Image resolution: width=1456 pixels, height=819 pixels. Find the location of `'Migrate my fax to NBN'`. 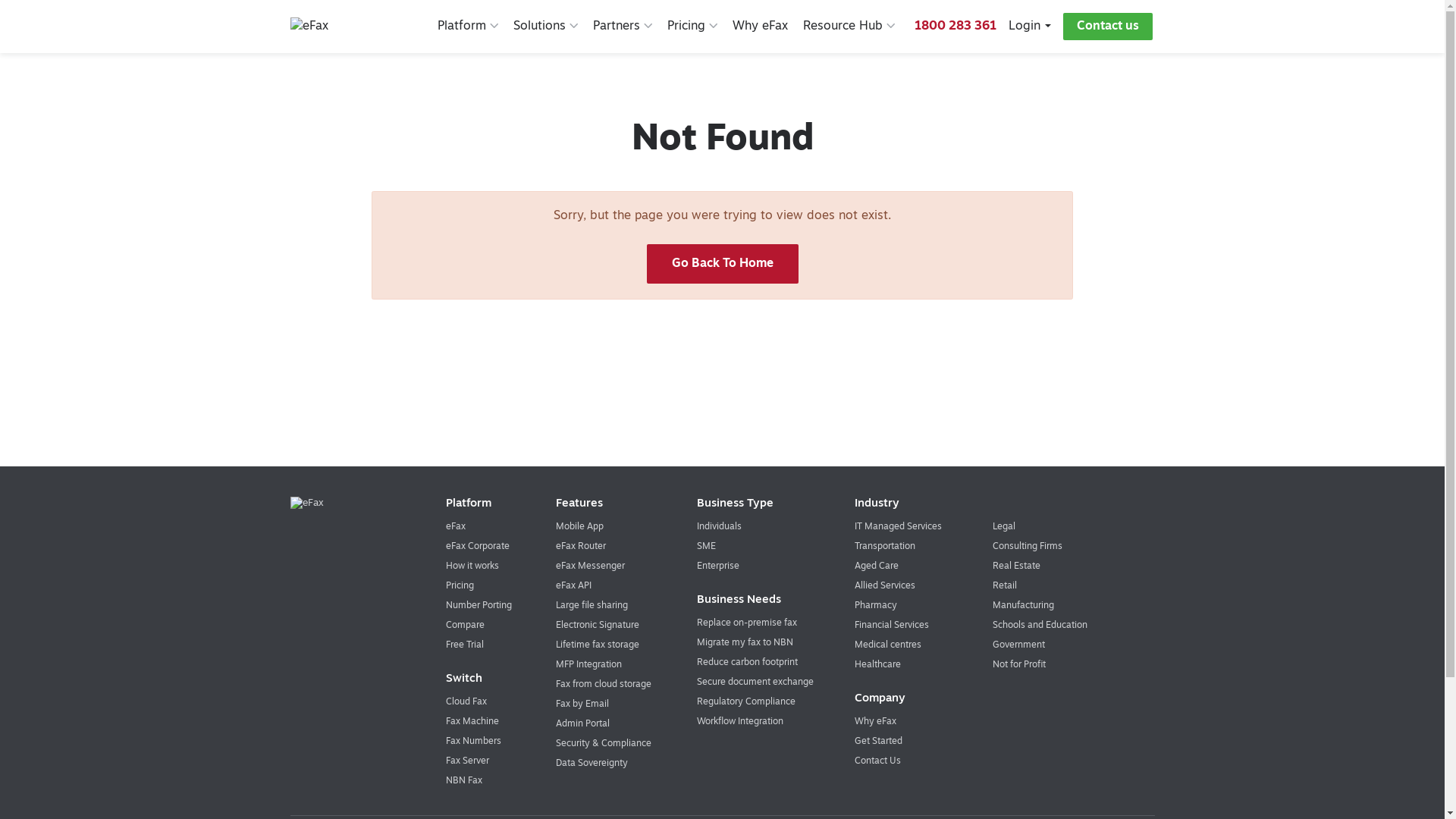

'Migrate my fax to NBN' is located at coordinates (745, 643).